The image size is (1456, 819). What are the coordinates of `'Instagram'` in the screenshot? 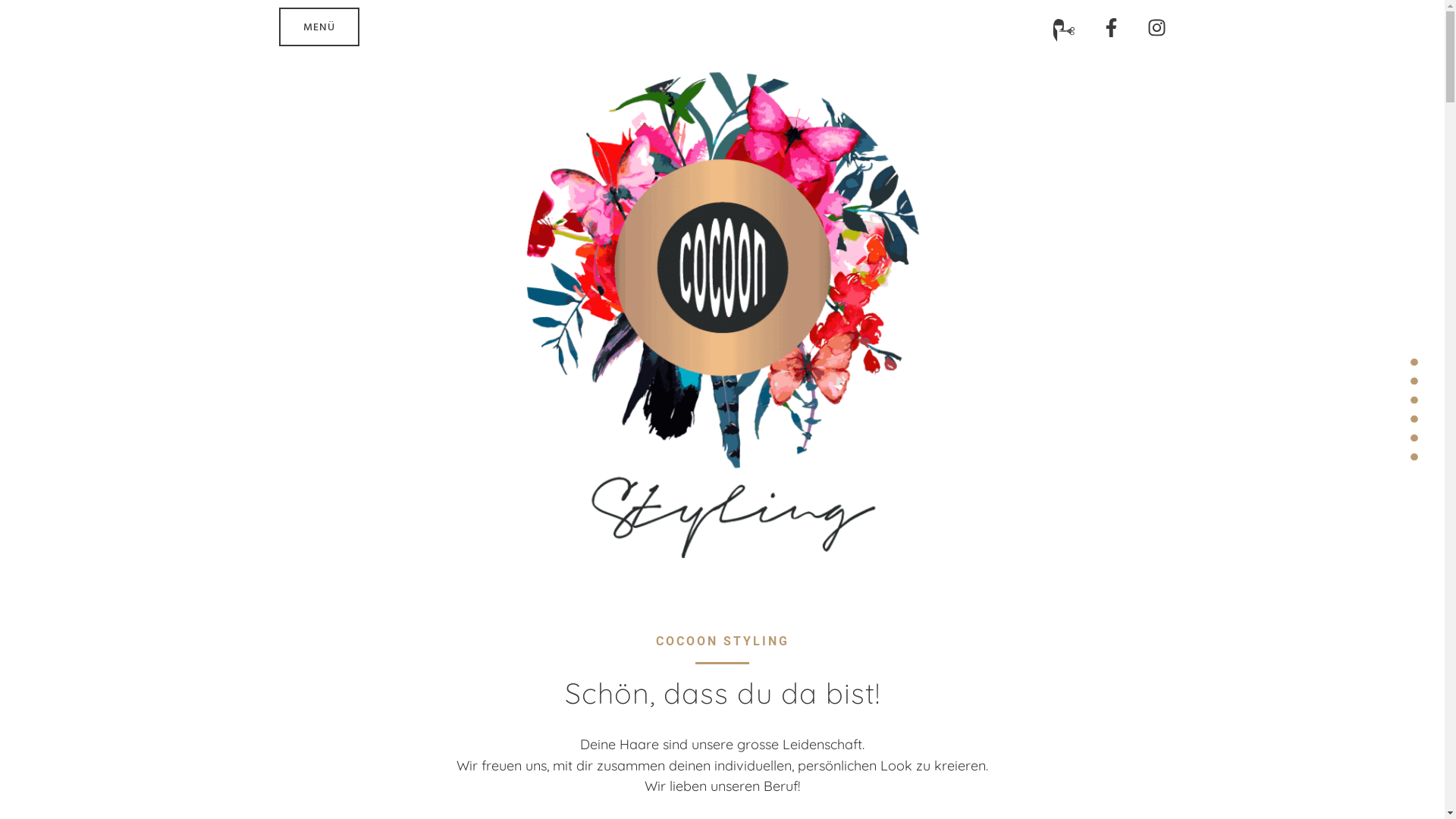 It's located at (1155, 27).